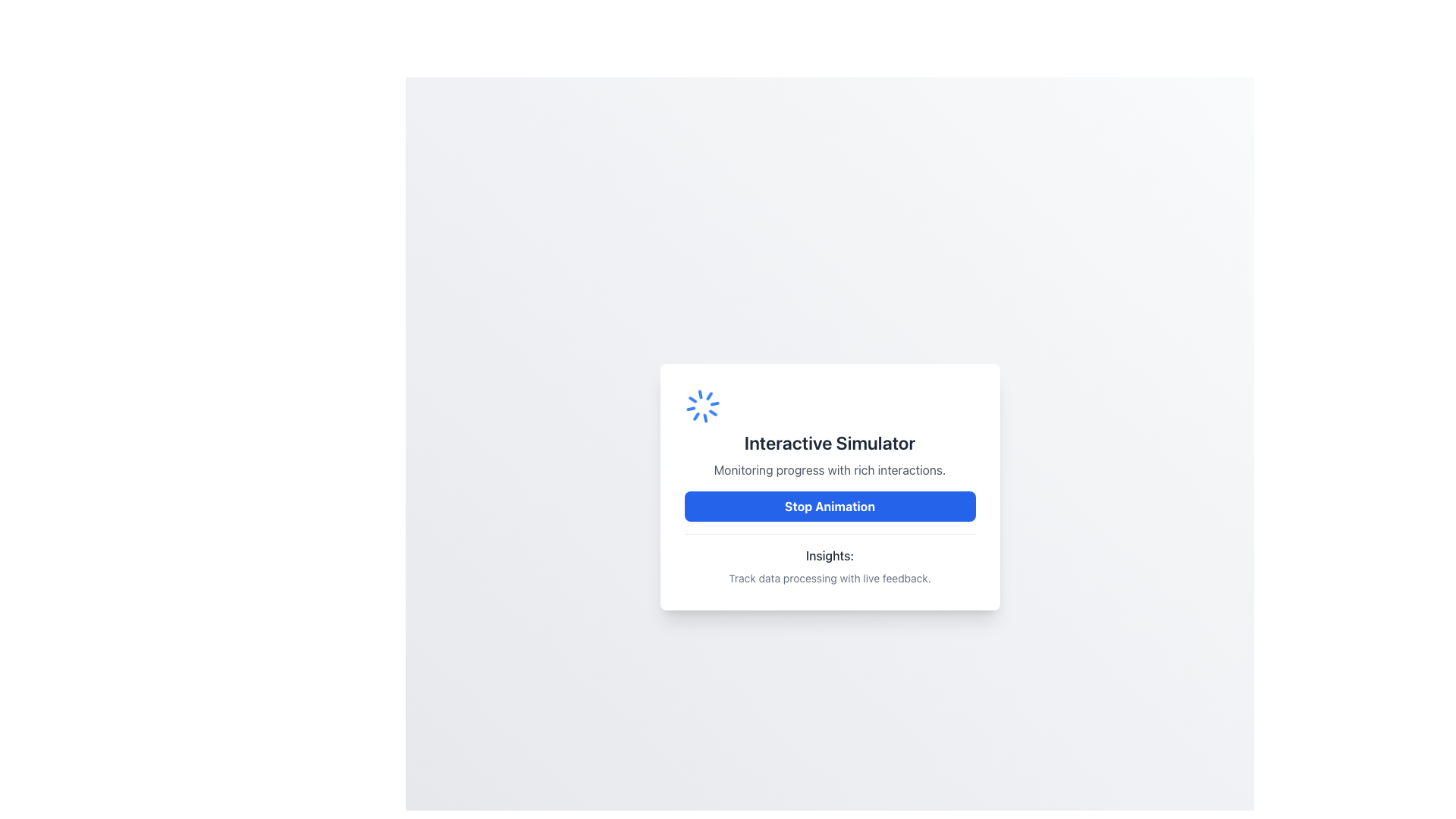 This screenshot has height=819, width=1456. I want to click on the Interactive Simulation Card, so click(829, 486).